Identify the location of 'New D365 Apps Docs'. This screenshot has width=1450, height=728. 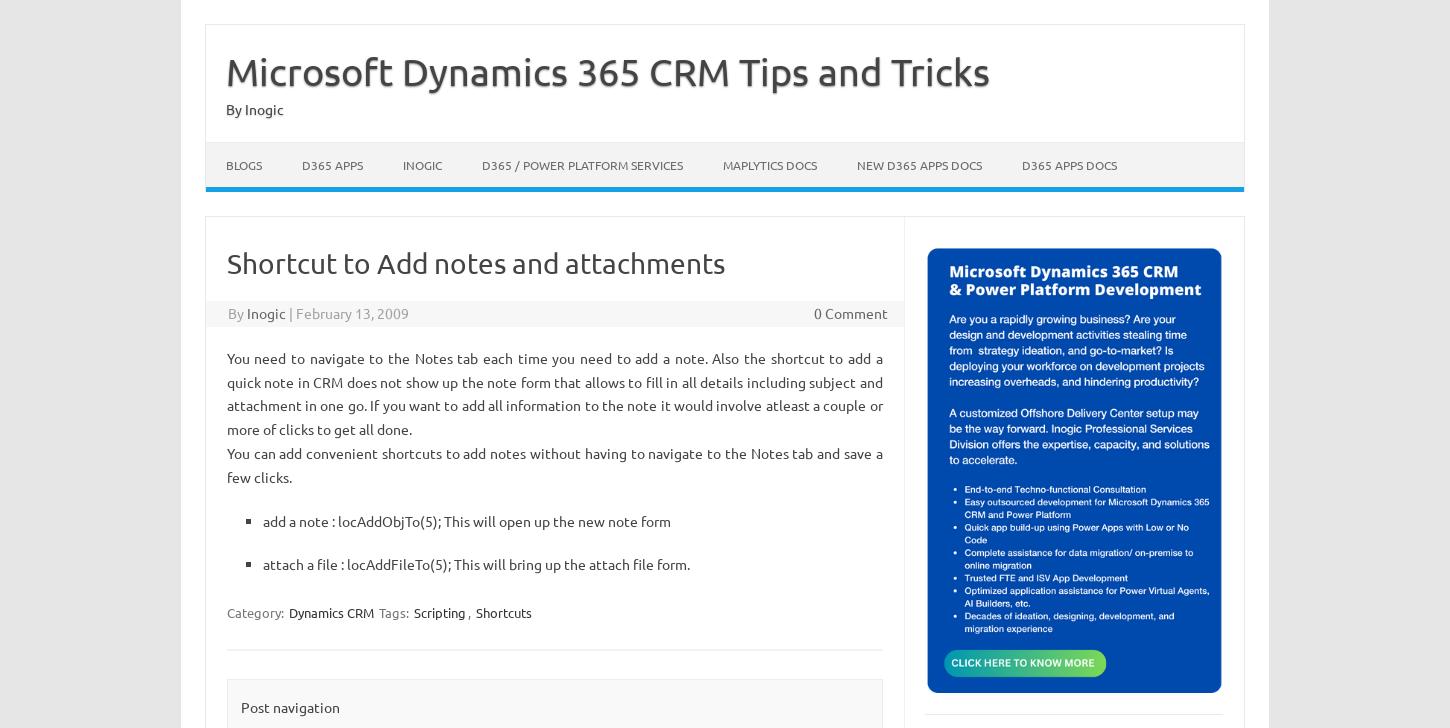
(918, 164).